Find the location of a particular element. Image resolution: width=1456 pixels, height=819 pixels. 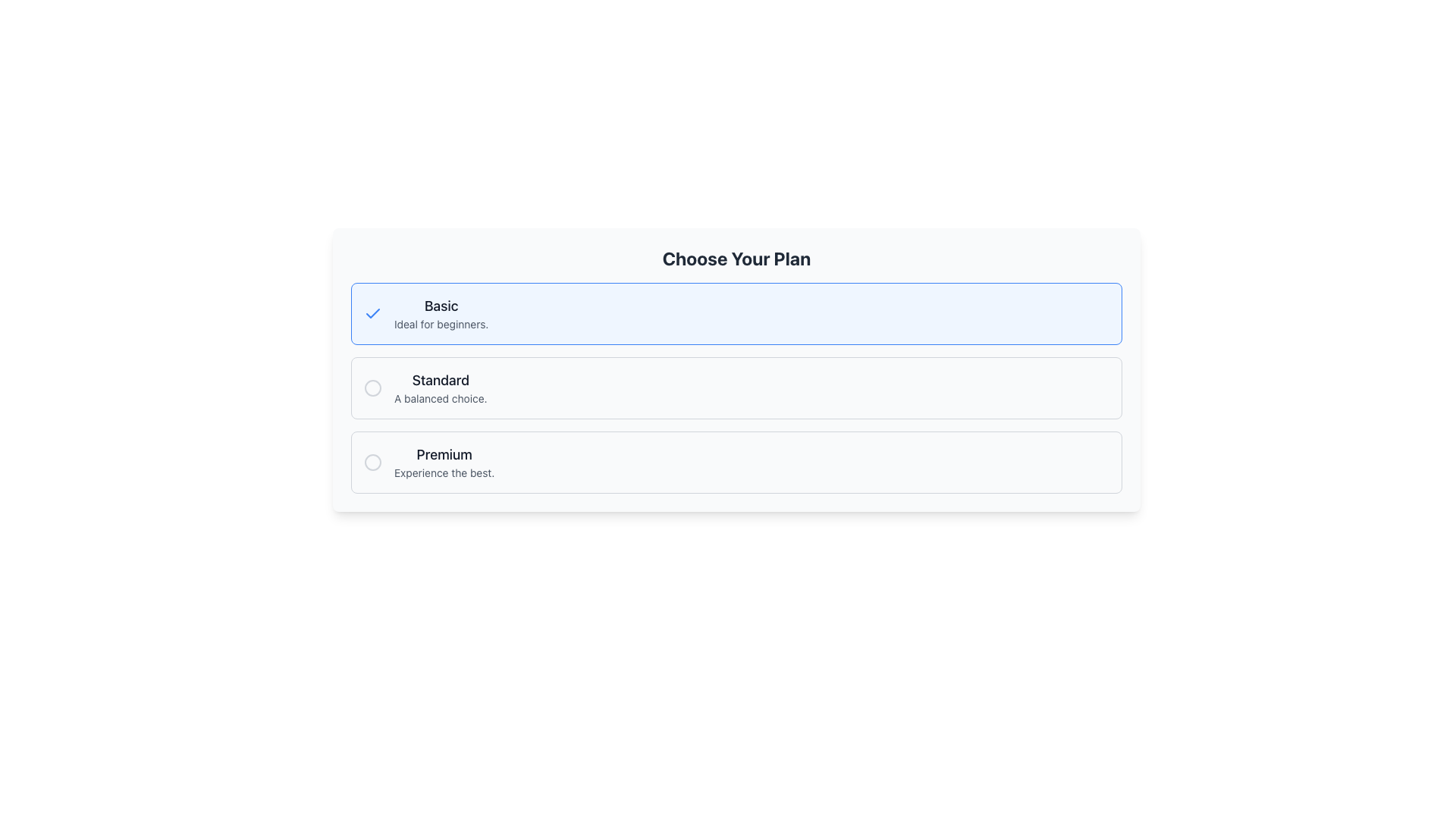

the text label reading 'Experience the best.', which is styled in gray and positioned below the bold text 'Premium' within a subscription option box is located at coordinates (444, 472).